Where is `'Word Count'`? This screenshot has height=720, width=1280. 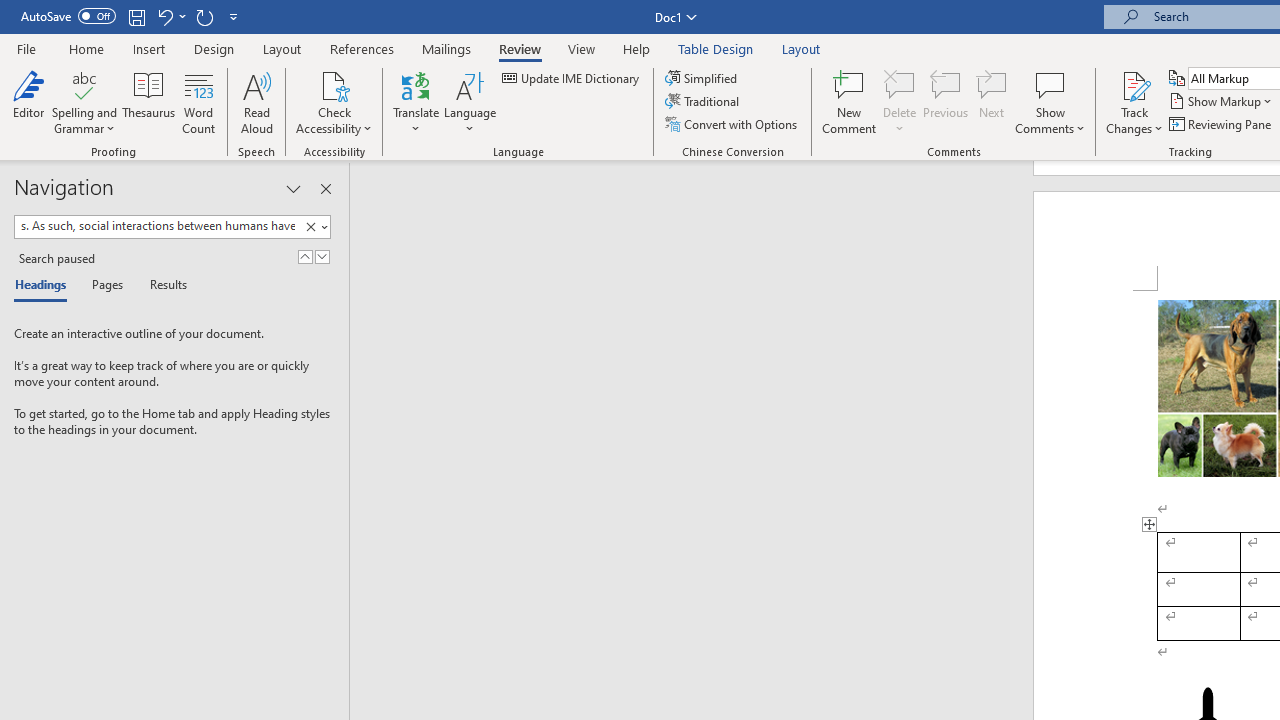 'Word Count' is located at coordinates (199, 103).